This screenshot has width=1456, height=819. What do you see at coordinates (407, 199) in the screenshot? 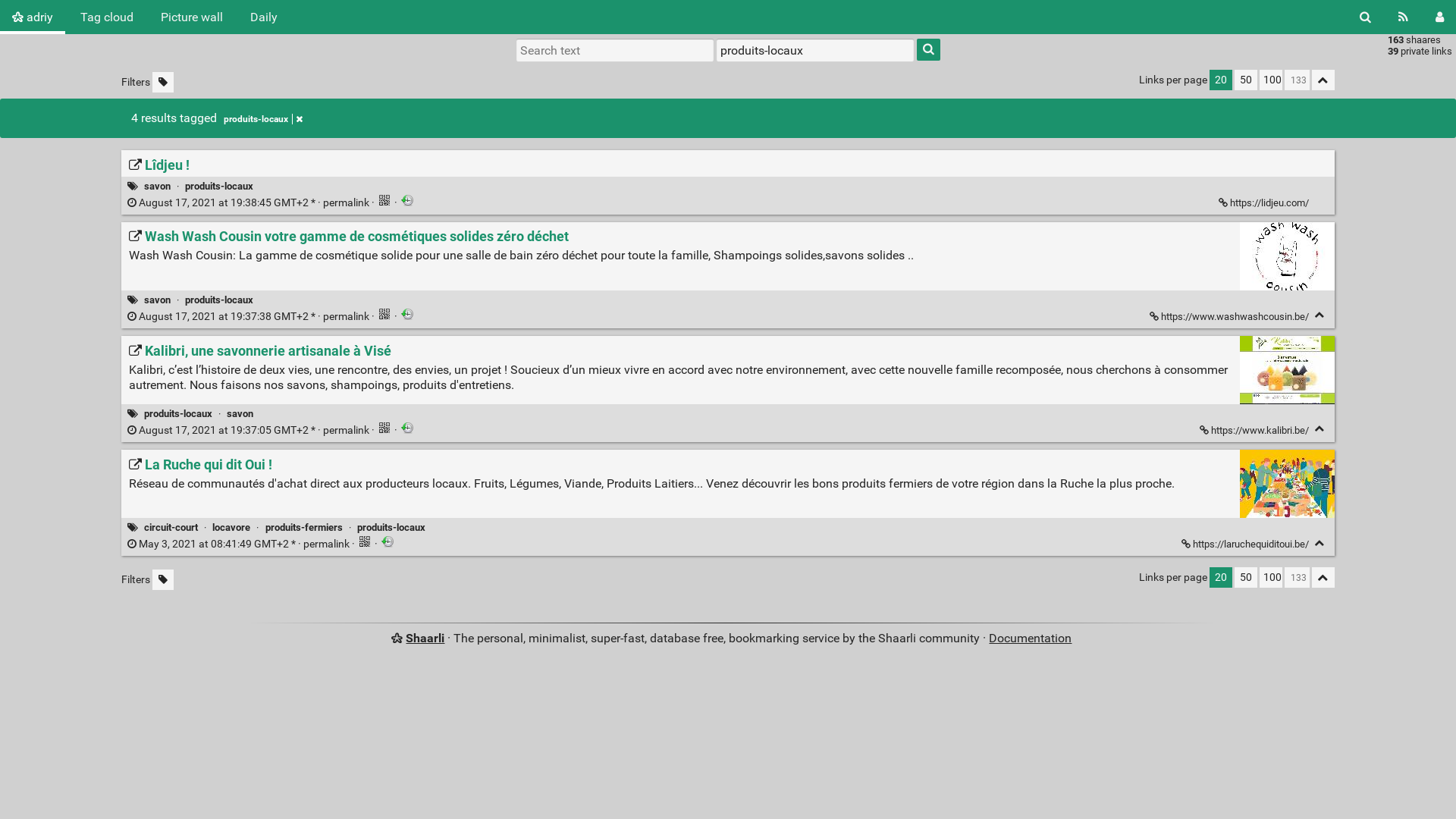
I see `'View on archive.org'` at bounding box center [407, 199].